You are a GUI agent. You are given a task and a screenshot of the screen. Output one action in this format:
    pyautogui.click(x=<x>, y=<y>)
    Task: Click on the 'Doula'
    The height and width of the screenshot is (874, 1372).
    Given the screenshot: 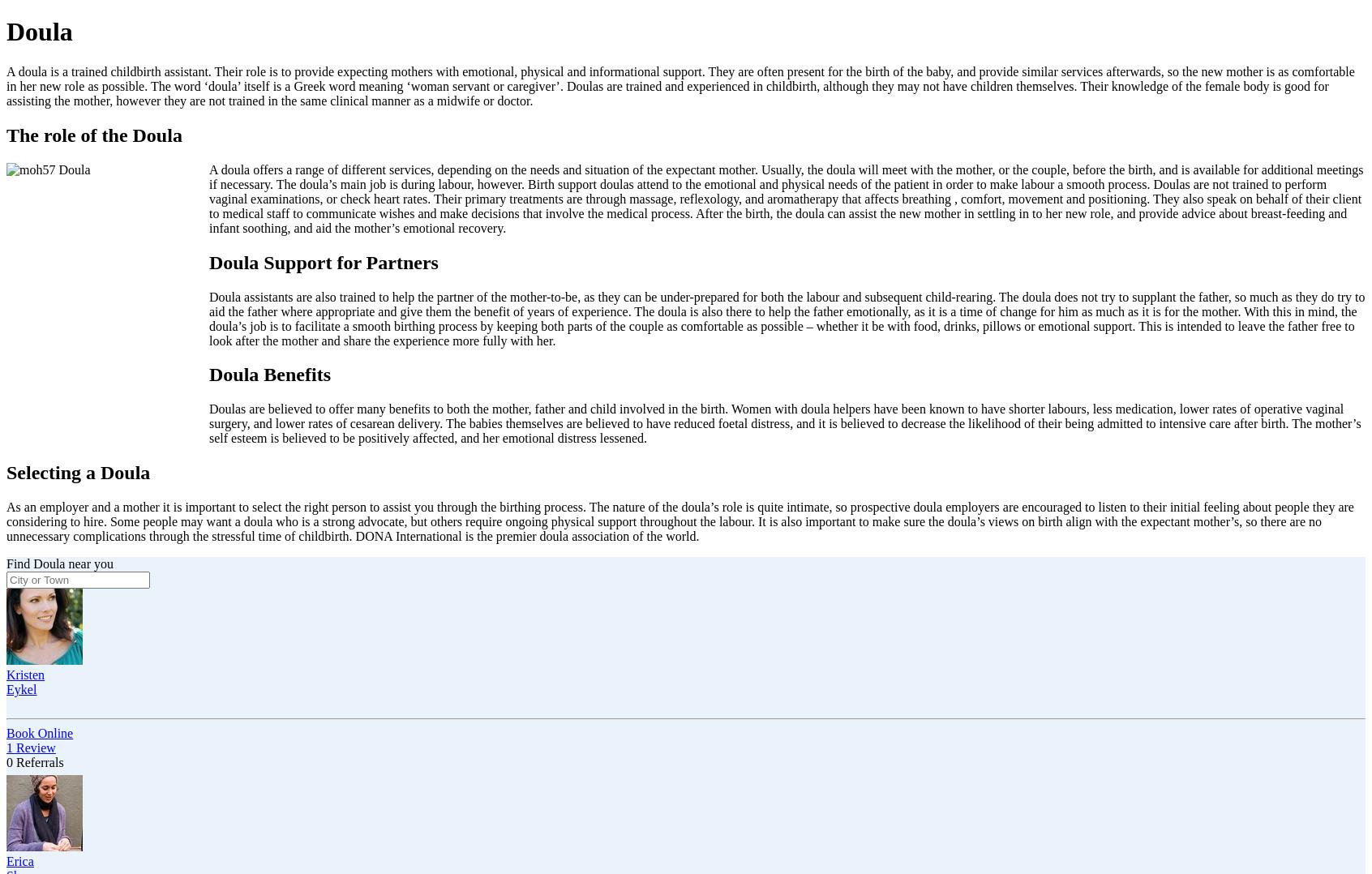 What is the action you would take?
    pyautogui.click(x=5, y=31)
    